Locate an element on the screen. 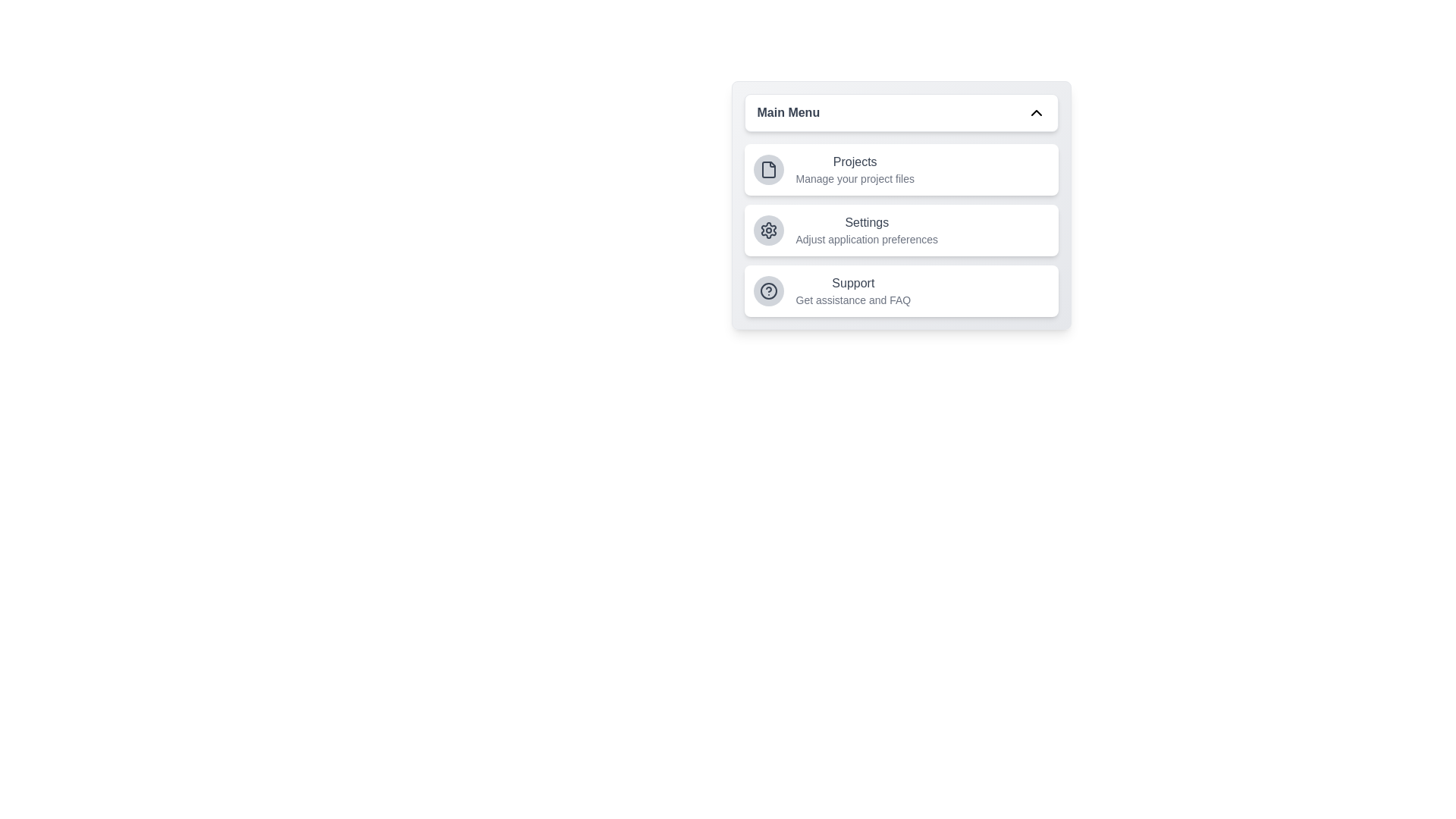 This screenshot has width=1456, height=819. the main menu toggle button is located at coordinates (901, 112).